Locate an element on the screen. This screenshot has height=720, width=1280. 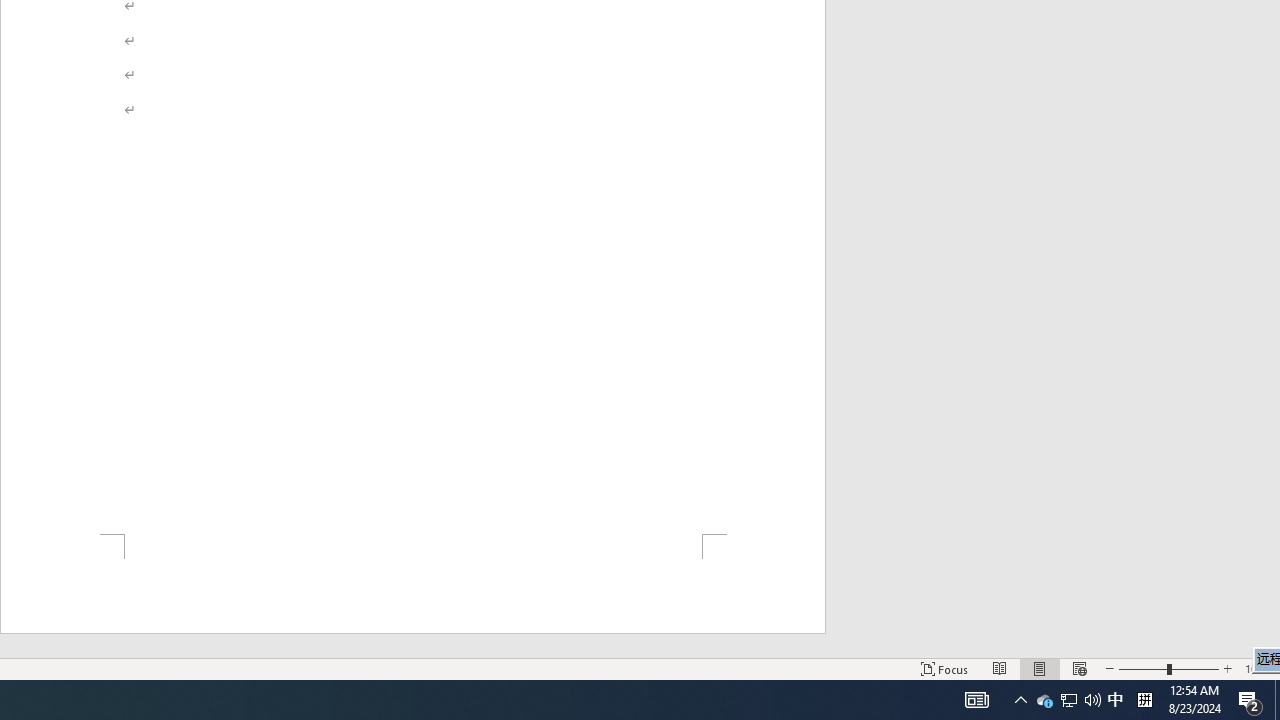
'Focus ' is located at coordinates (943, 669).